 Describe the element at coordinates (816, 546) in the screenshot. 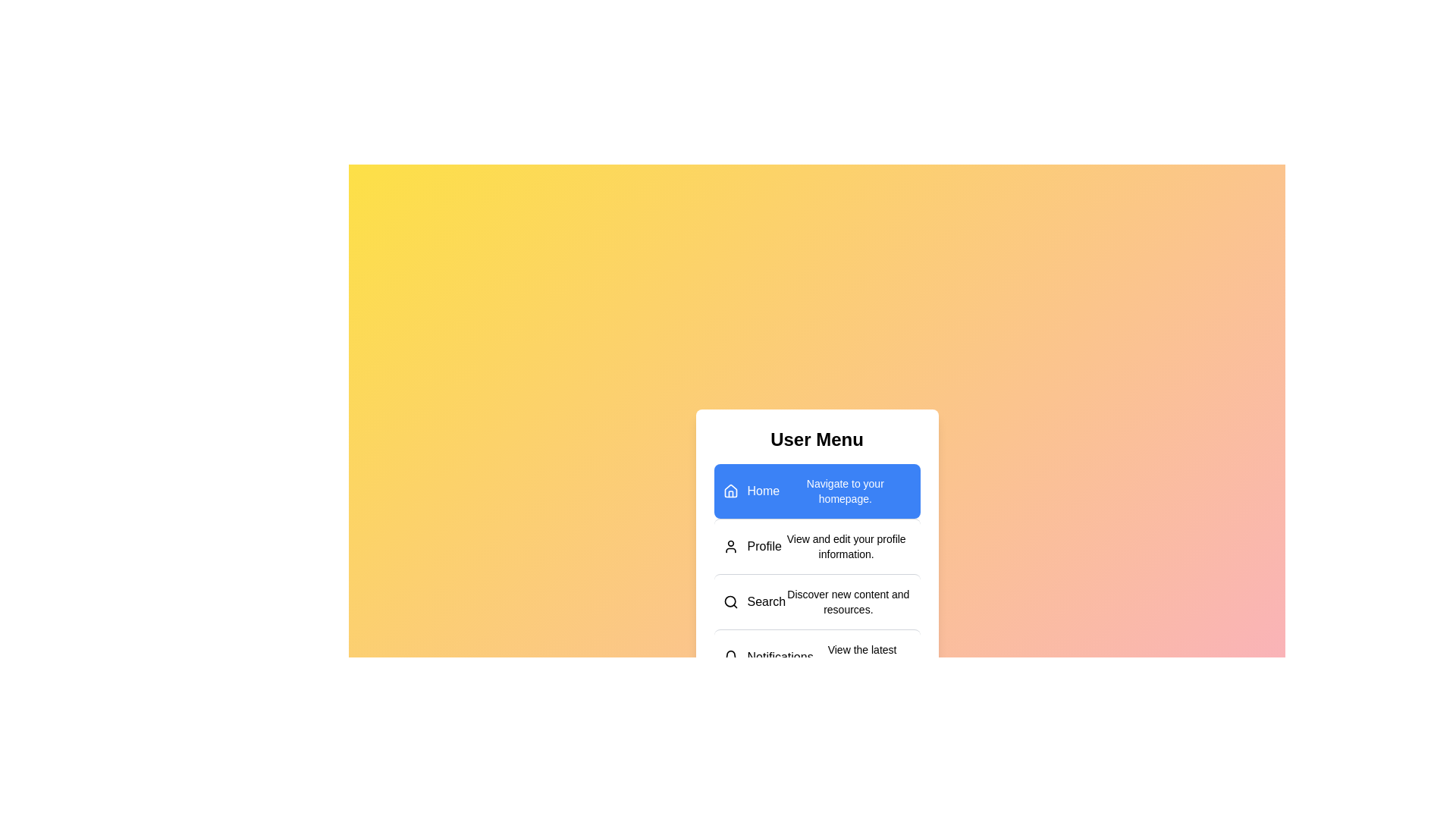

I see `the menu item labeled Profile to change the selected option` at that location.